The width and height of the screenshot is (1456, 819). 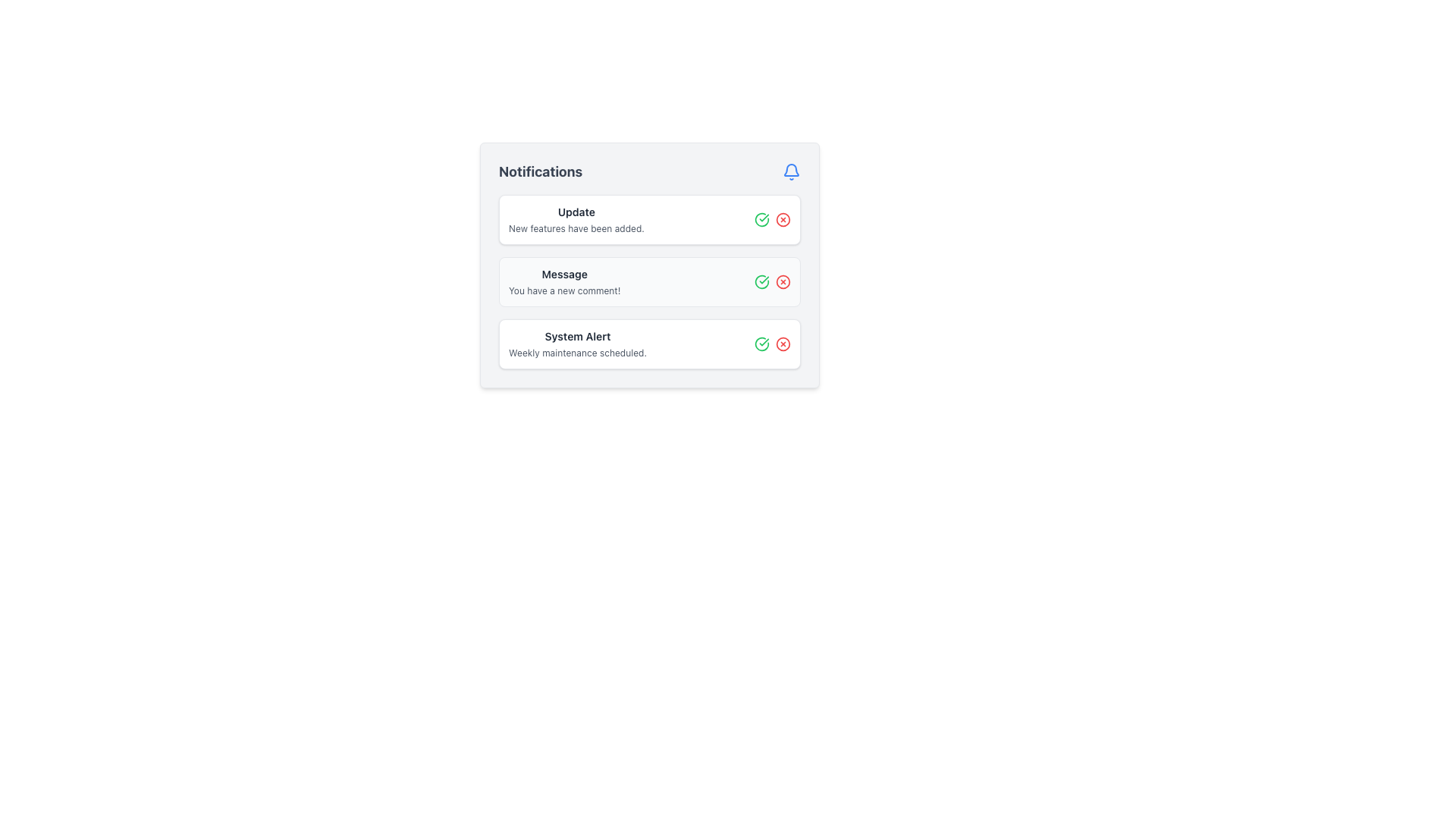 I want to click on the Icon Buttons Group, which consists of a green checkmark and a red cross, so click(x=772, y=281).